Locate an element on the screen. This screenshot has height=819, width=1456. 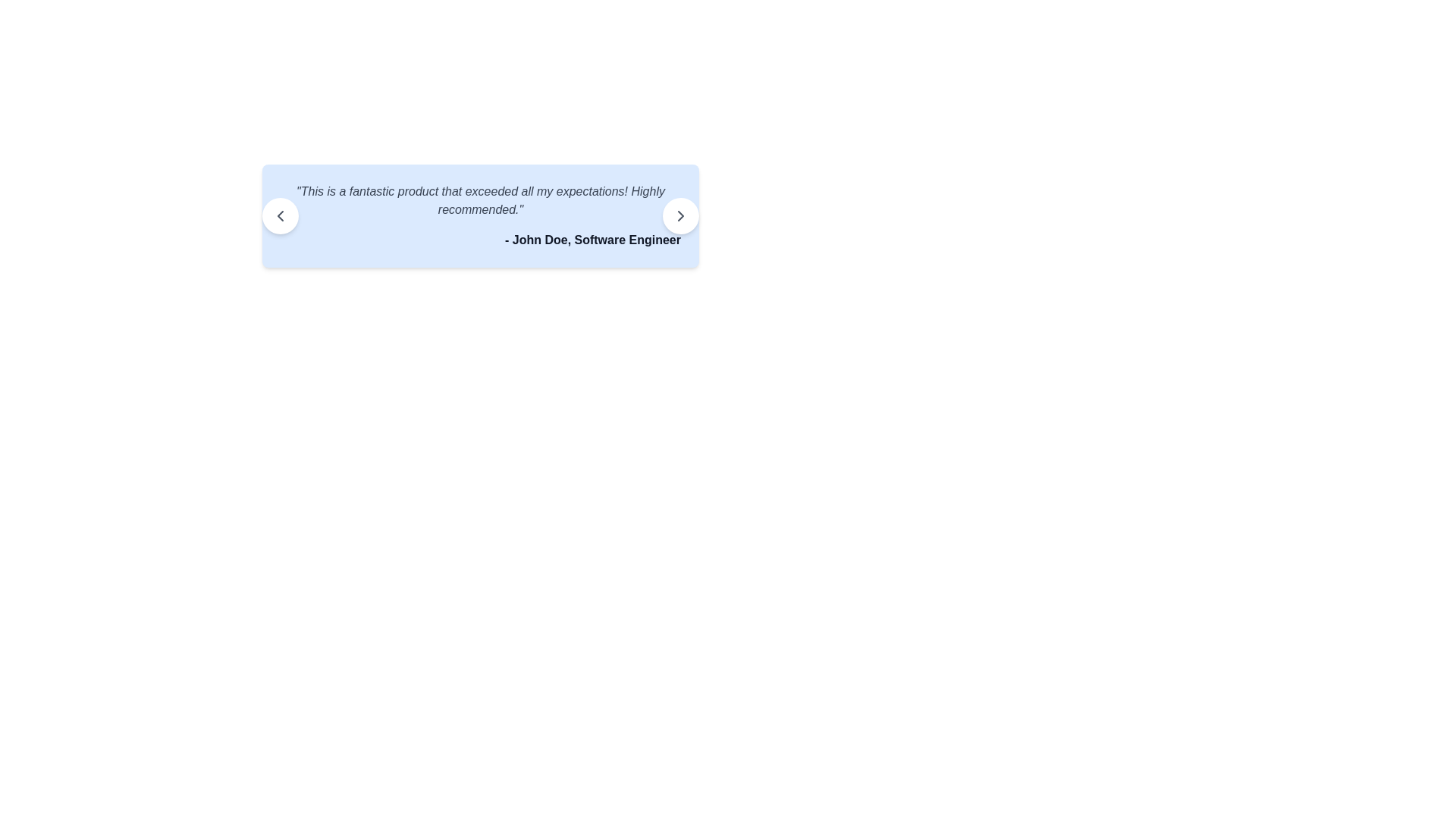
the navigational button on the left side of the testimonial box is located at coordinates (280, 216).